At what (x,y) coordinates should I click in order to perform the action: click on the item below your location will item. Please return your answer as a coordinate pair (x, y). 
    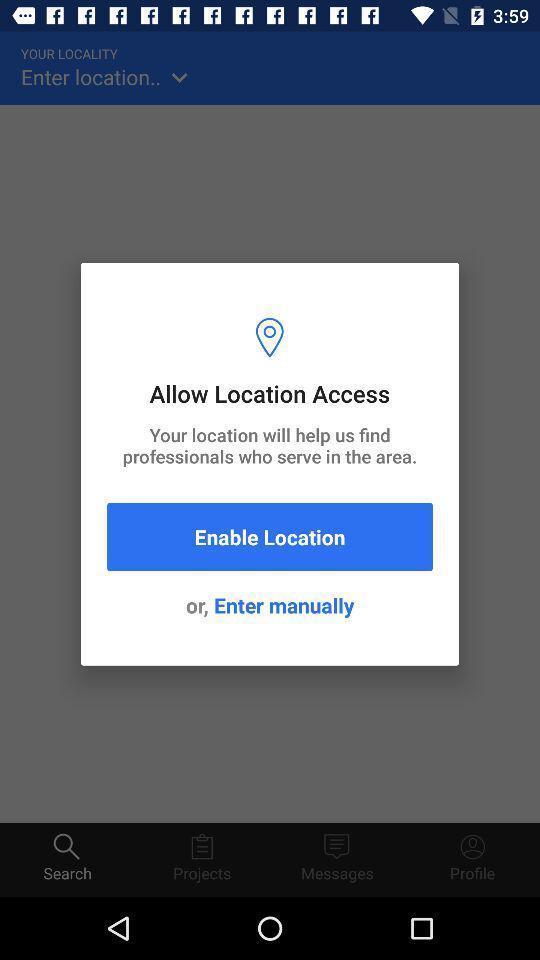
    Looking at the image, I should click on (270, 536).